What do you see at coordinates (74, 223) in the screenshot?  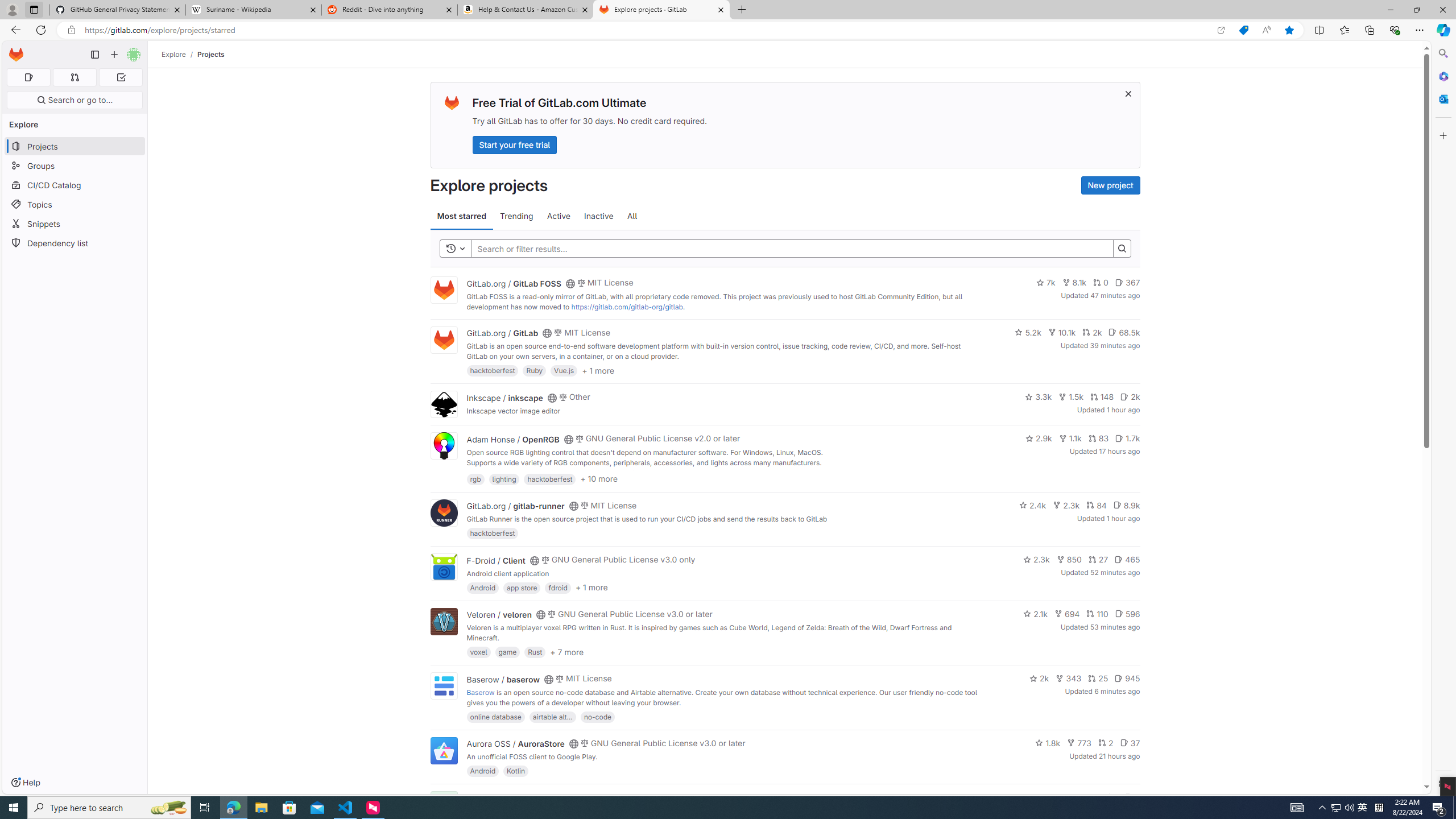 I see `'Snippets'` at bounding box center [74, 223].